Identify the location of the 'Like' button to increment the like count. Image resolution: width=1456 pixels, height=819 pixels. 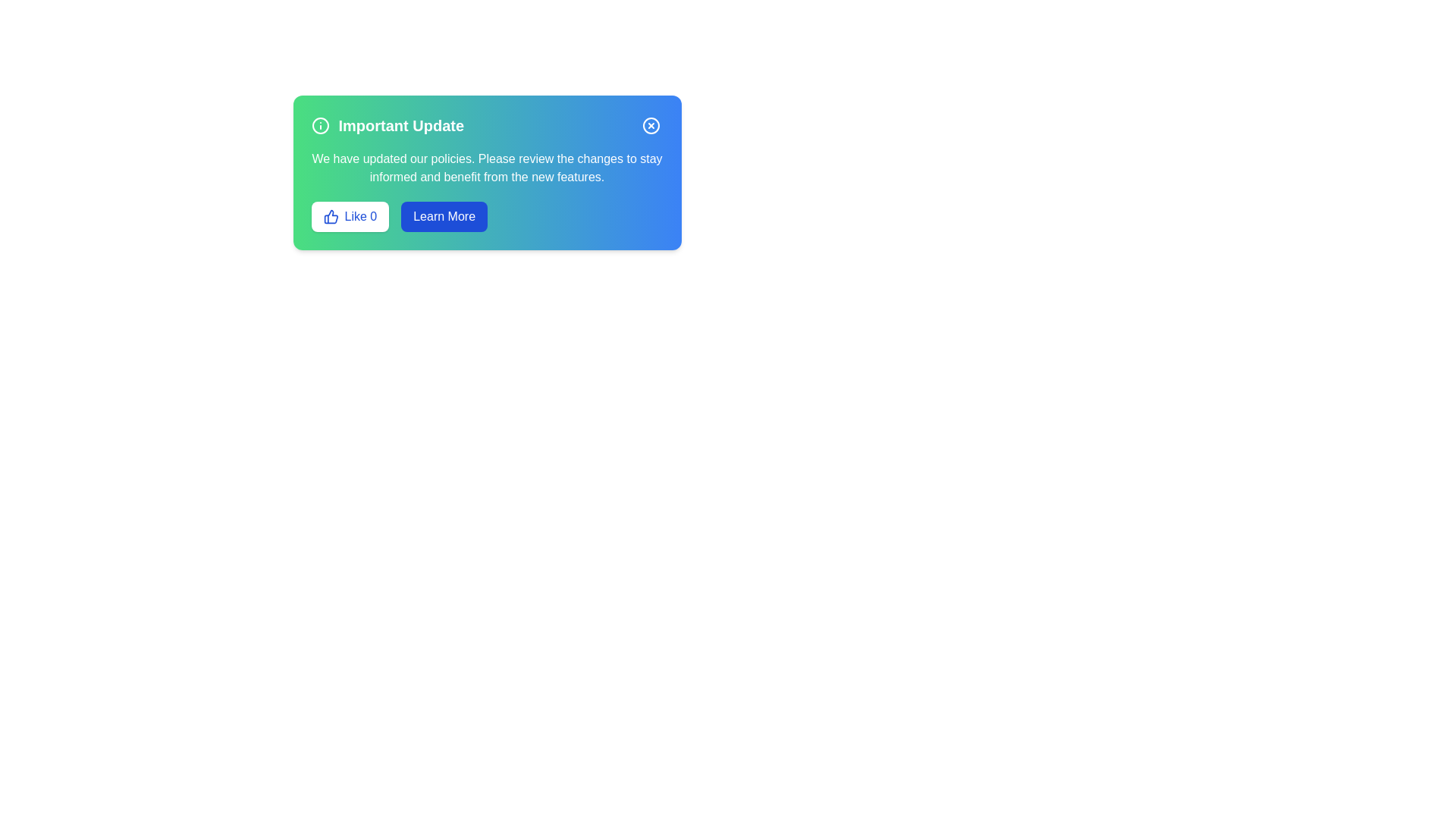
(349, 216).